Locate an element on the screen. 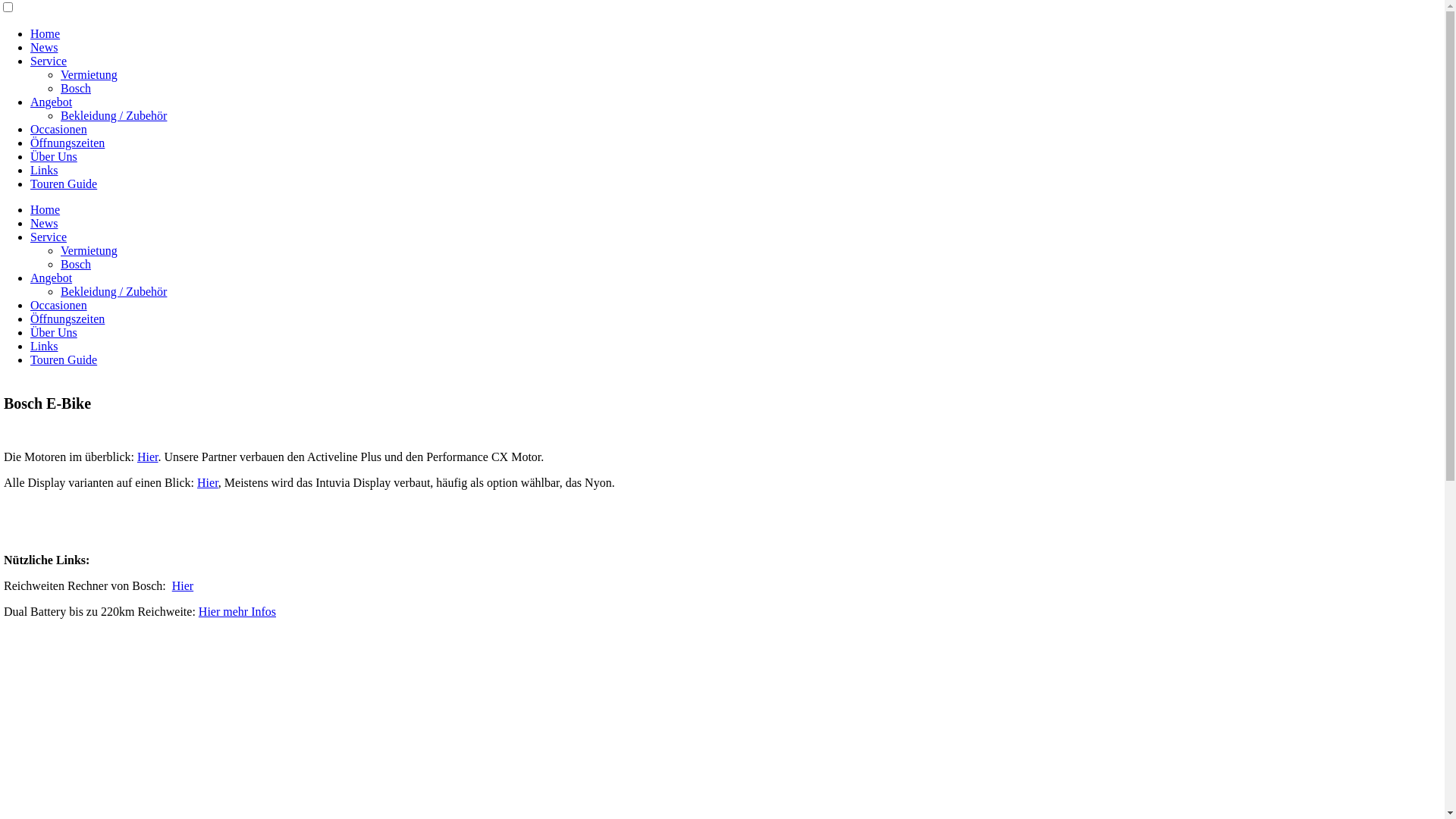  'Hier' is located at coordinates (171, 585).